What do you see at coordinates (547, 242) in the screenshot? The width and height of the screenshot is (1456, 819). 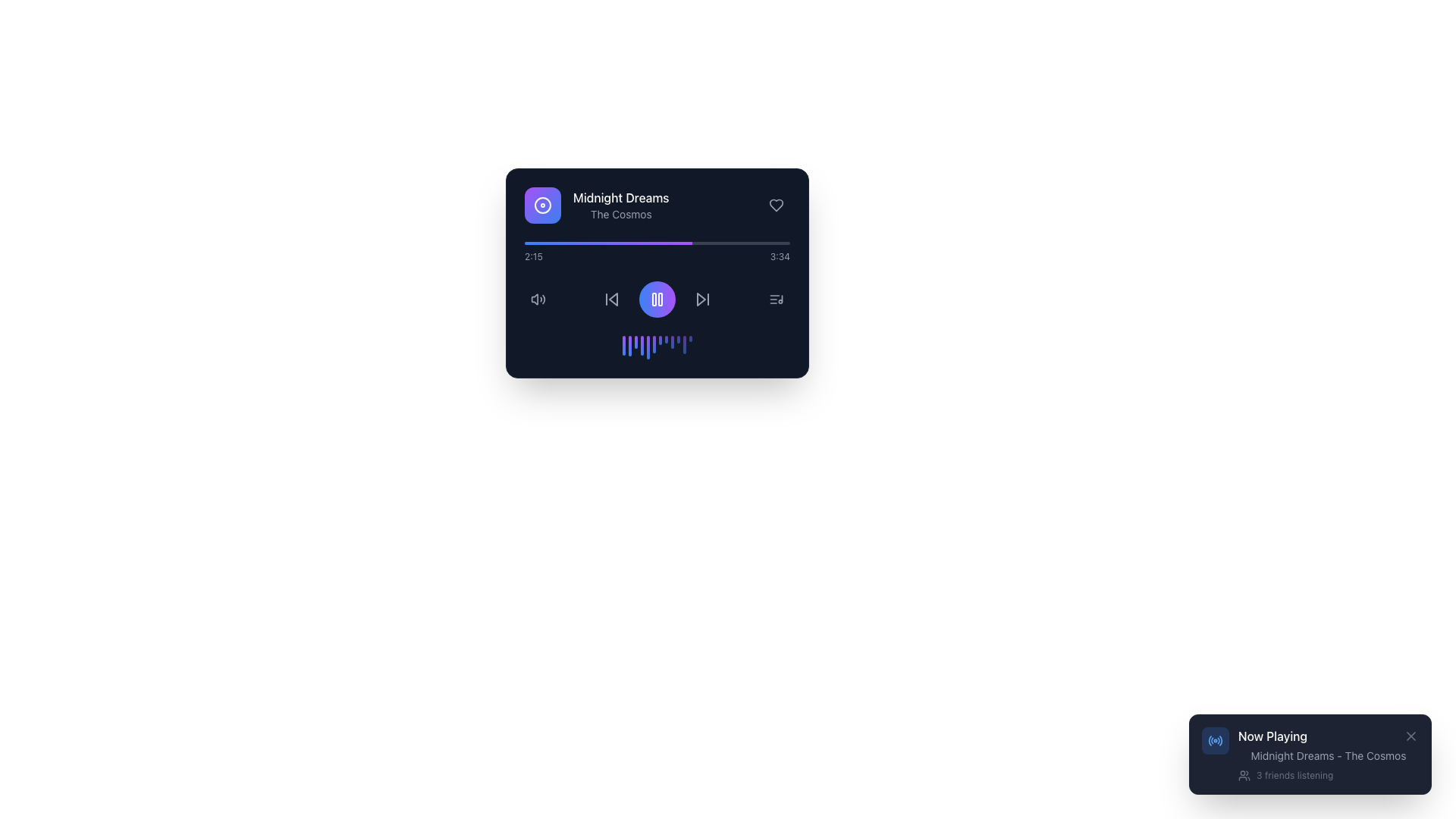 I see `playback progress` at bounding box center [547, 242].